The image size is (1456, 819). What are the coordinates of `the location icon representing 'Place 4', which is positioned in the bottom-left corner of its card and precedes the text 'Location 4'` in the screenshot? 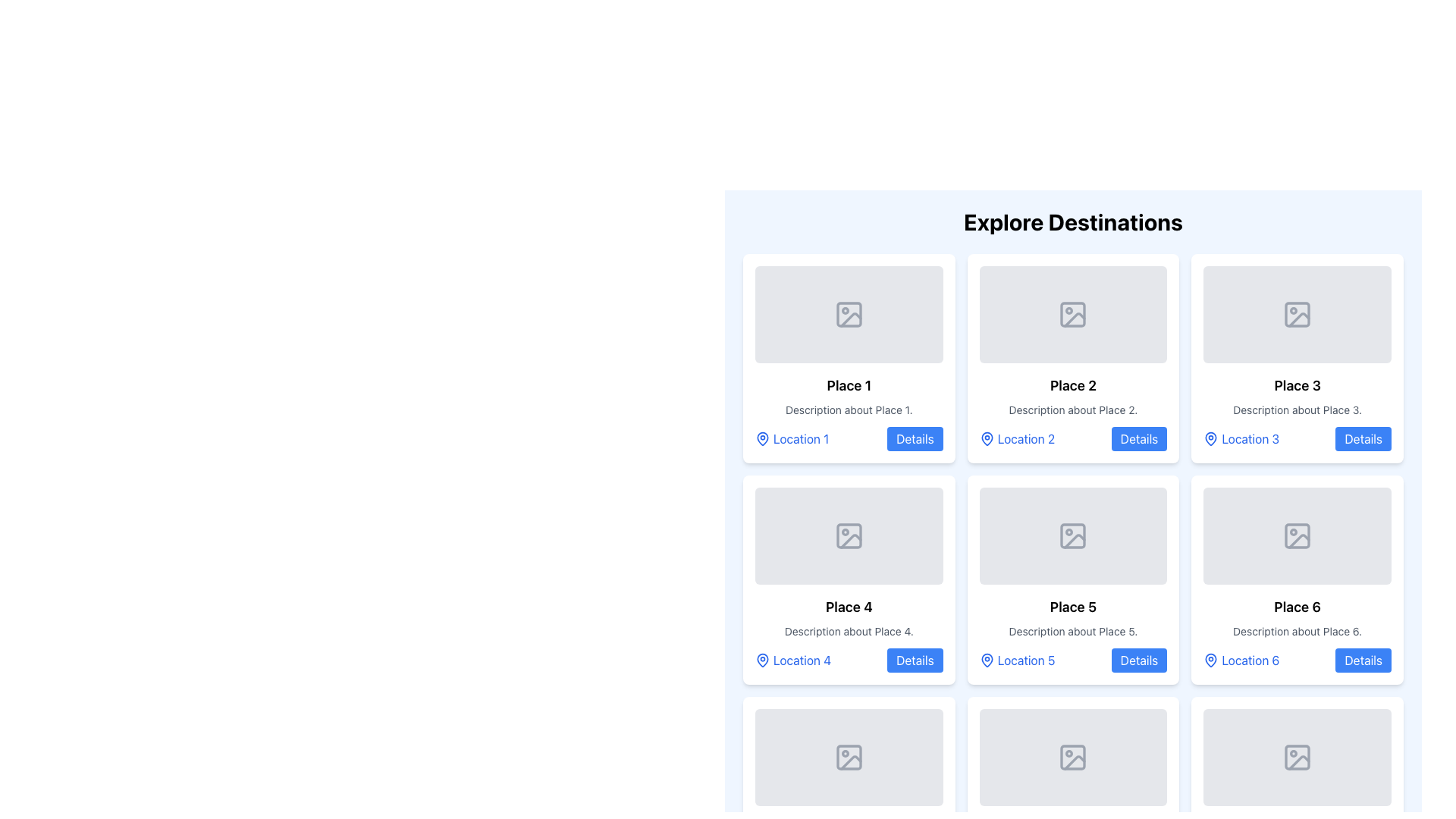 It's located at (763, 660).